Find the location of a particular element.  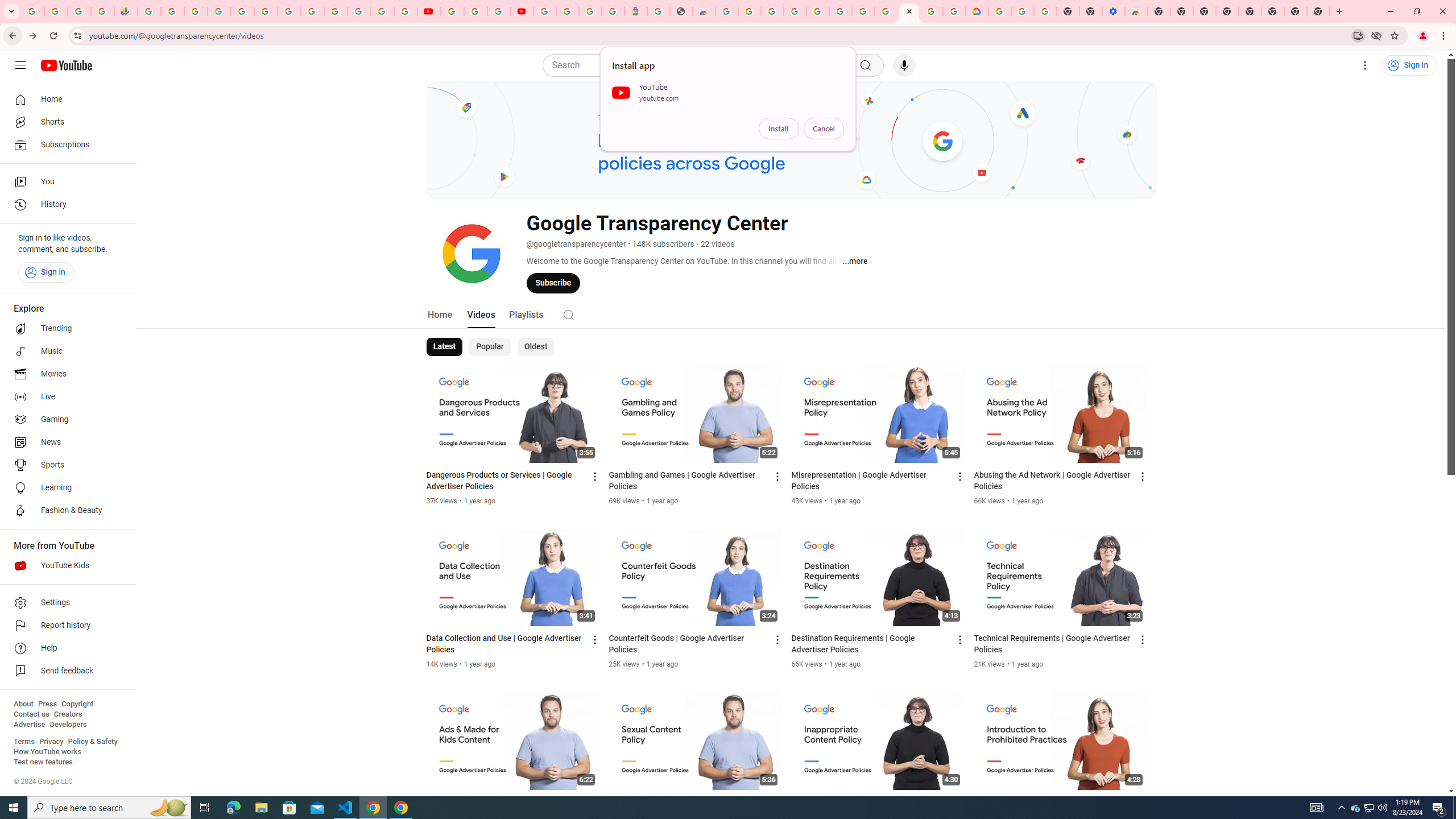

'Oldest' is located at coordinates (534, 346).